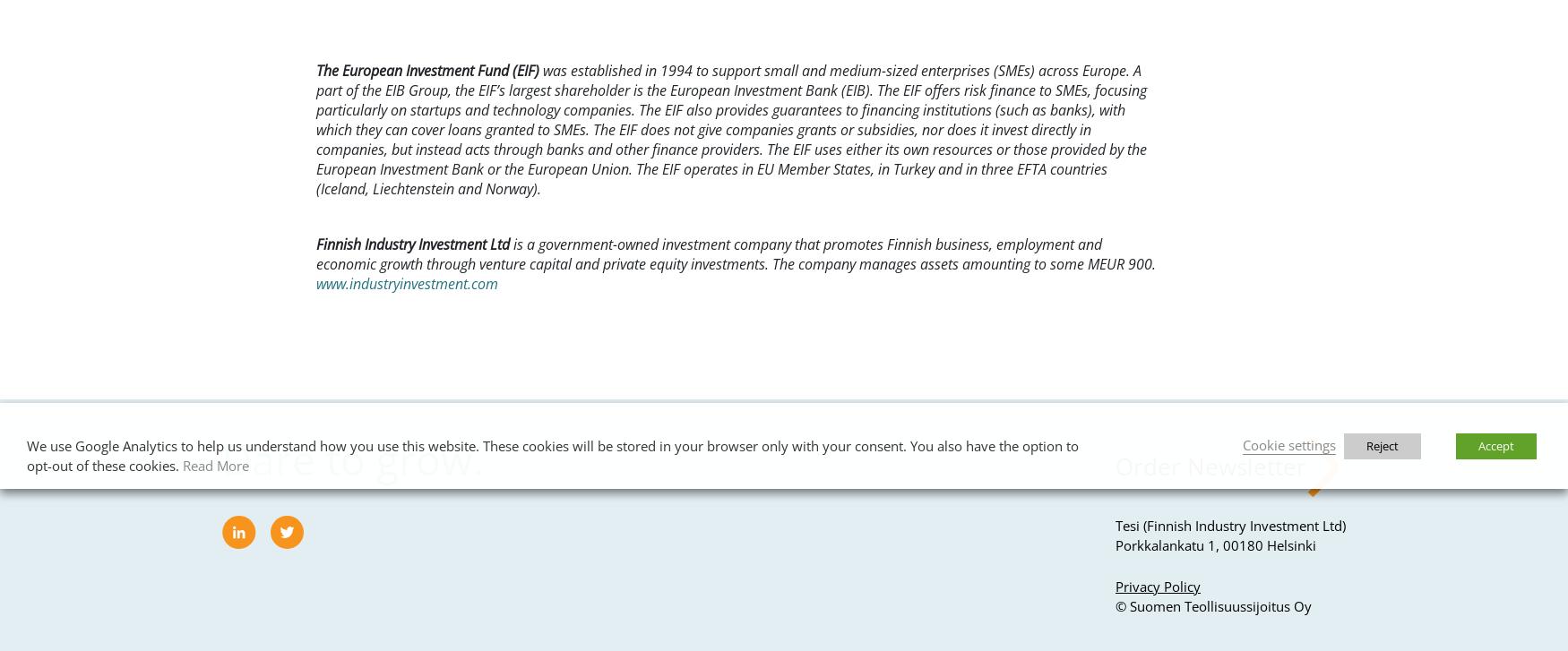  I want to click on 'Tesi (Finnish Industry Investment Ltd)', so click(1230, 524).